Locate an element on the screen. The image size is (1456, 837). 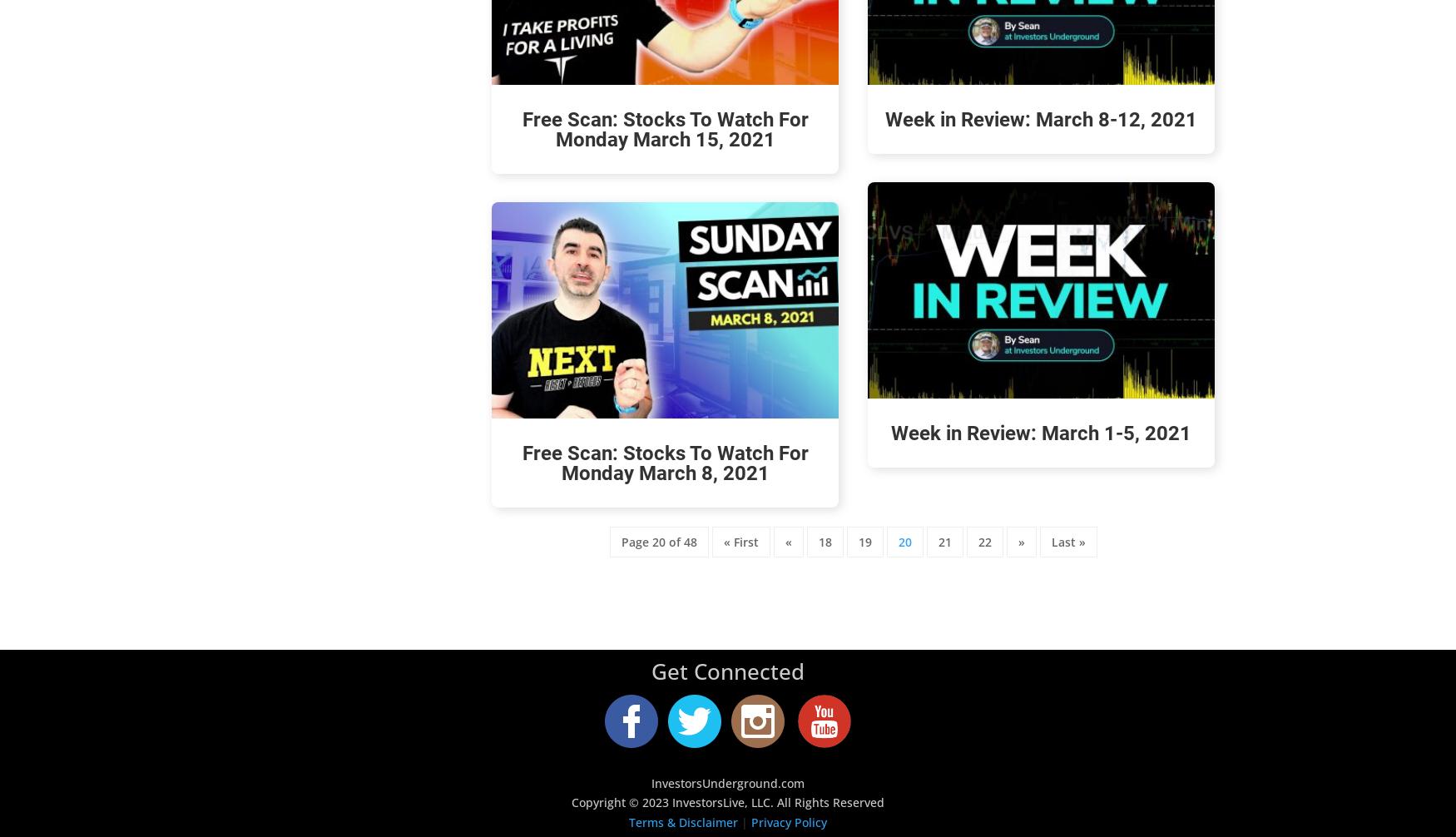
'Get Connected' is located at coordinates (728, 671).